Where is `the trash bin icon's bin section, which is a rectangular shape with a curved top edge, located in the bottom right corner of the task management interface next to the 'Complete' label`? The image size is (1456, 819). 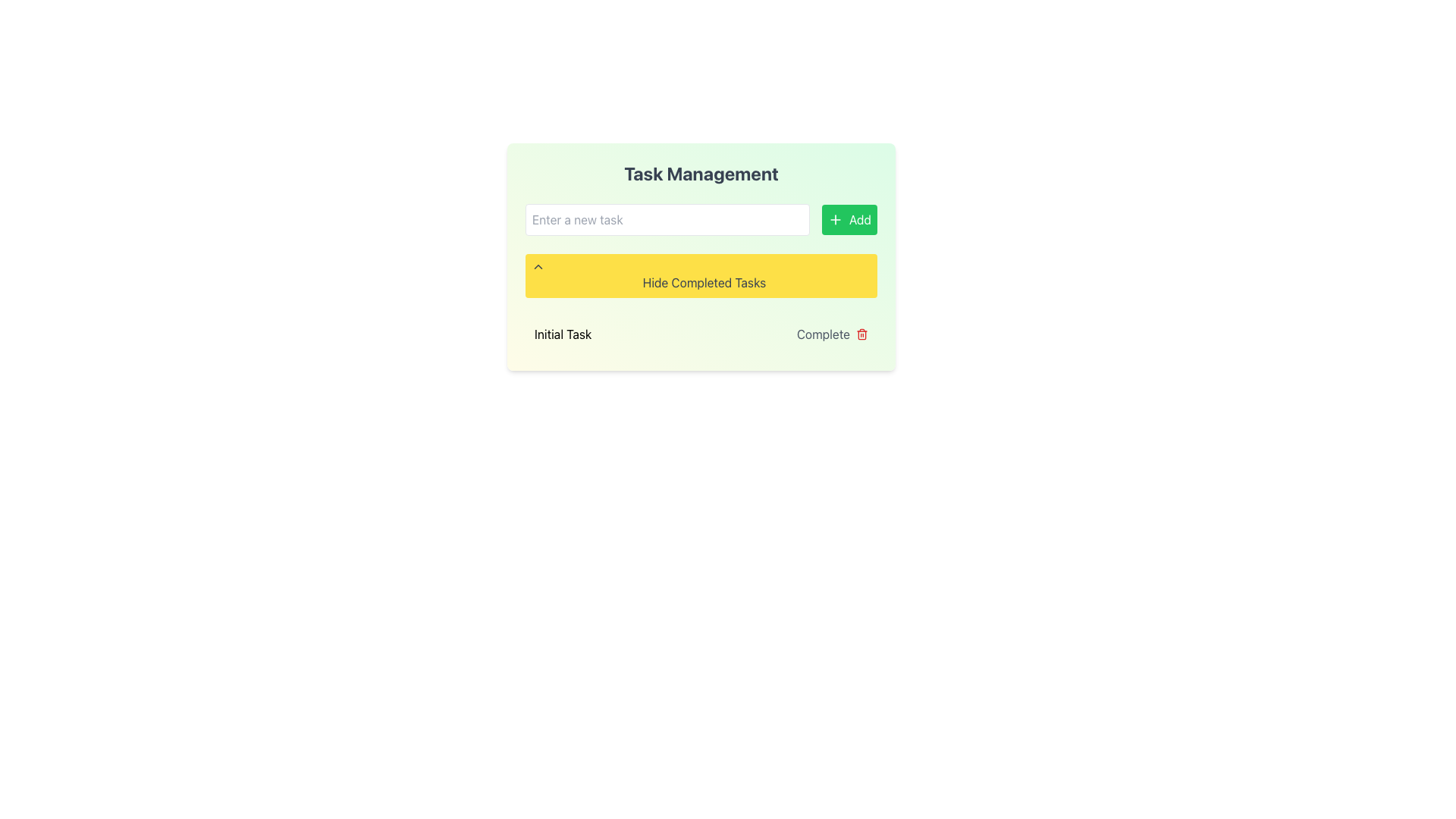
the trash bin icon's bin section, which is a rectangular shape with a curved top edge, located in the bottom right corner of the task management interface next to the 'Complete' label is located at coordinates (862, 334).